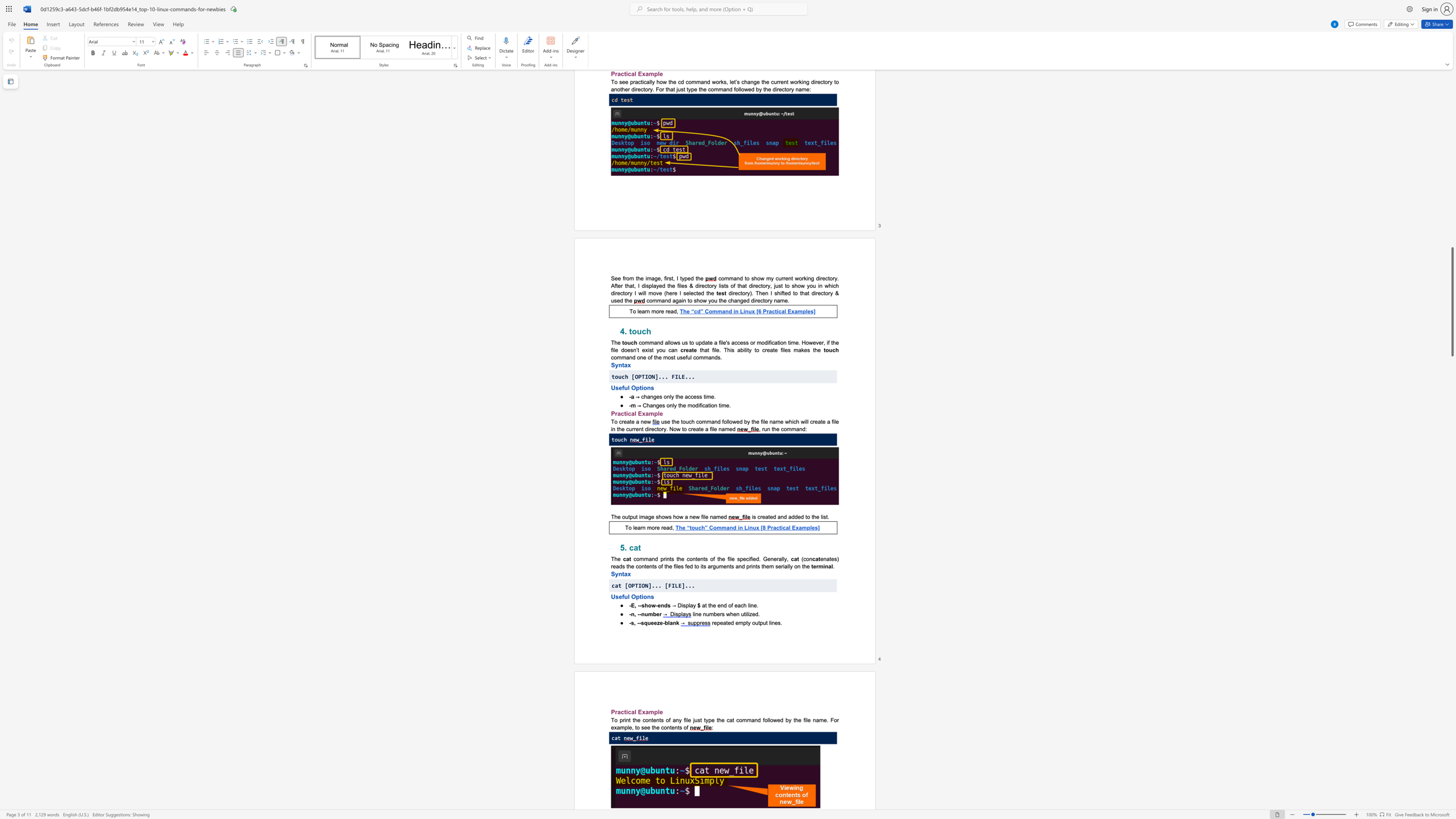  I want to click on the subset text "y," within the text "Generally,", so click(784, 559).